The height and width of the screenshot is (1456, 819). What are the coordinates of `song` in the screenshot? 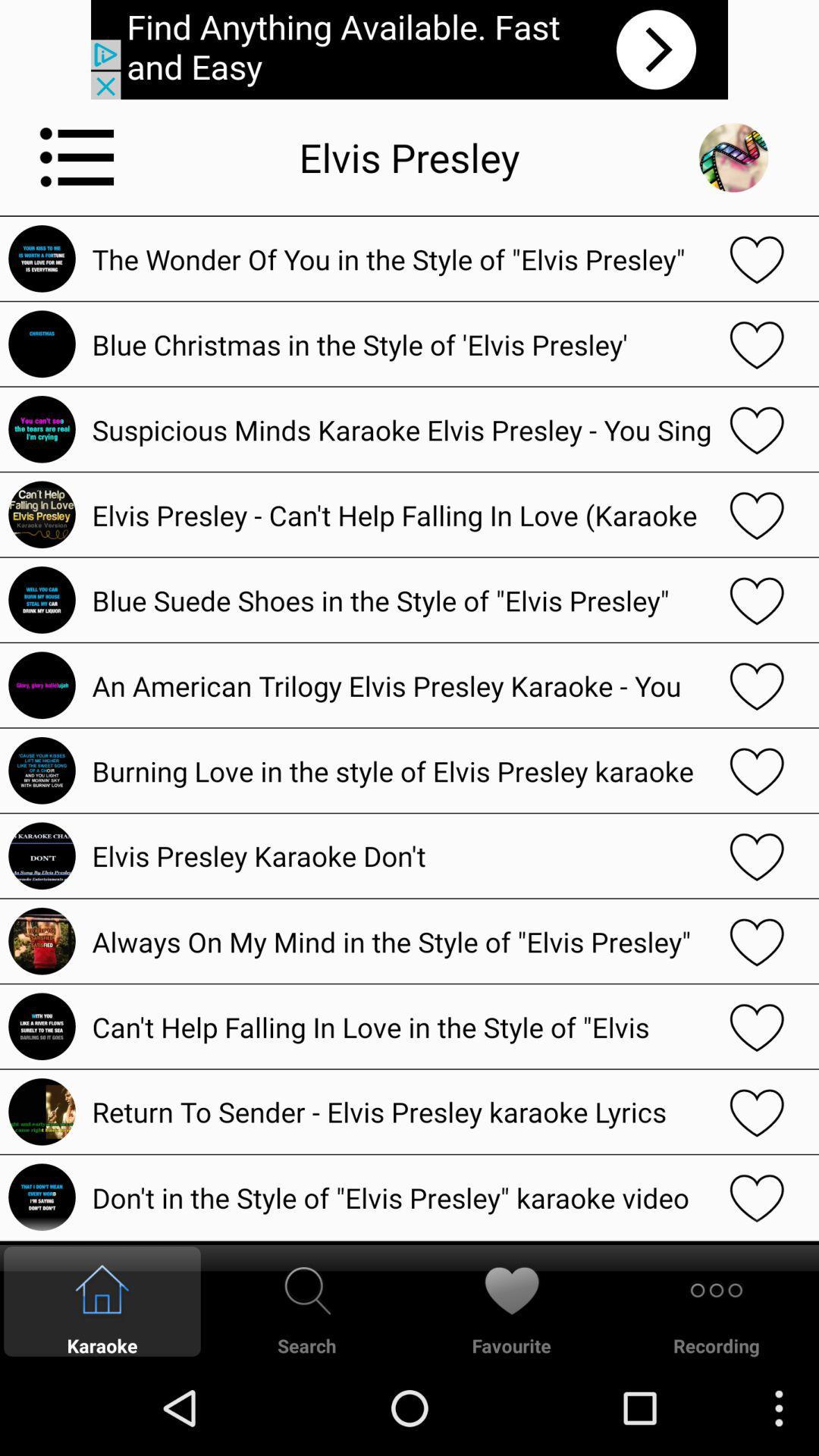 It's located at (757, 599).